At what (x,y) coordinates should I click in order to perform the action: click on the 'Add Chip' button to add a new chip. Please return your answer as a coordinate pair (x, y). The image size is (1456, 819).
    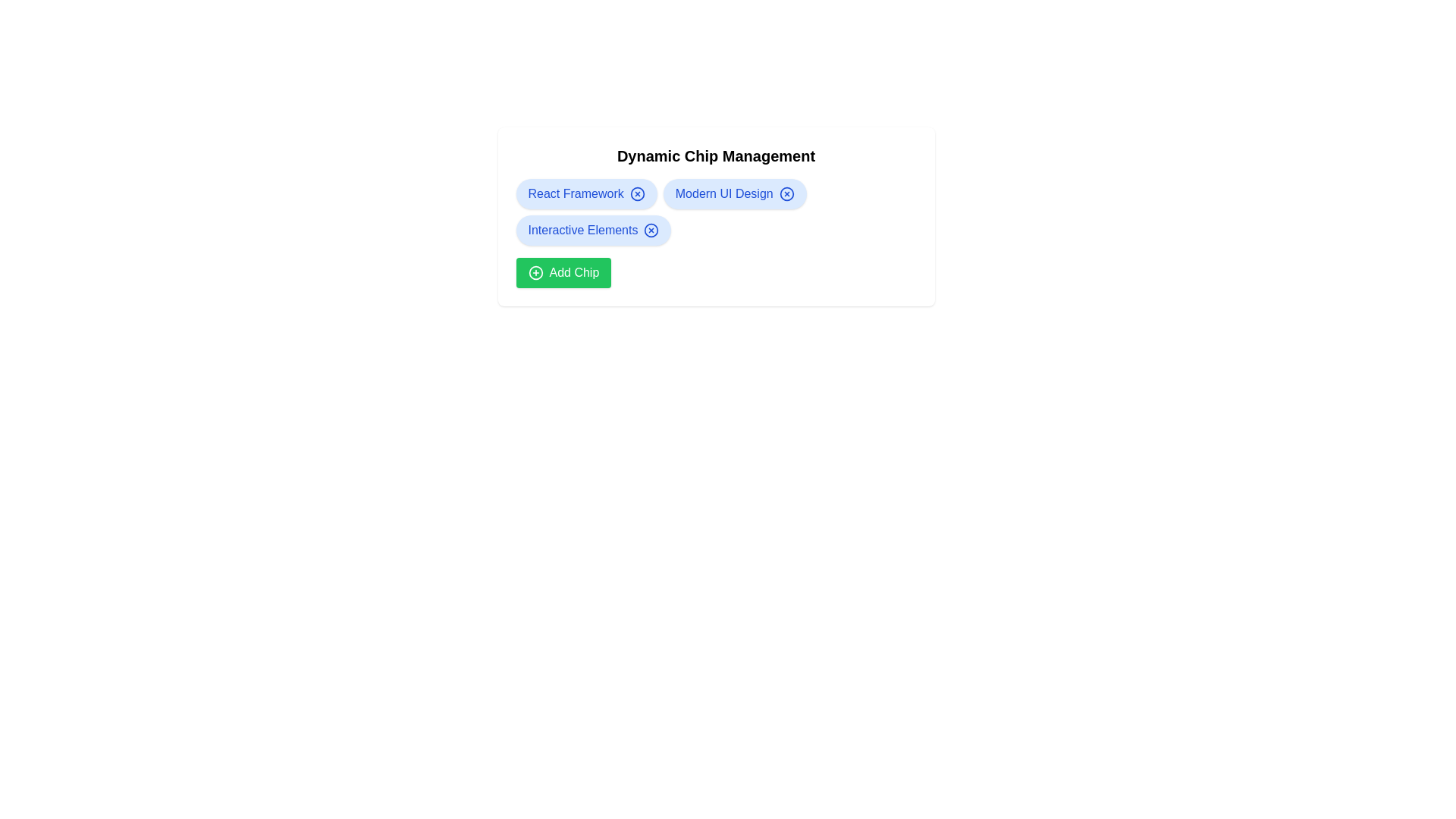
    Looking at the image, I should click on (563, 271).